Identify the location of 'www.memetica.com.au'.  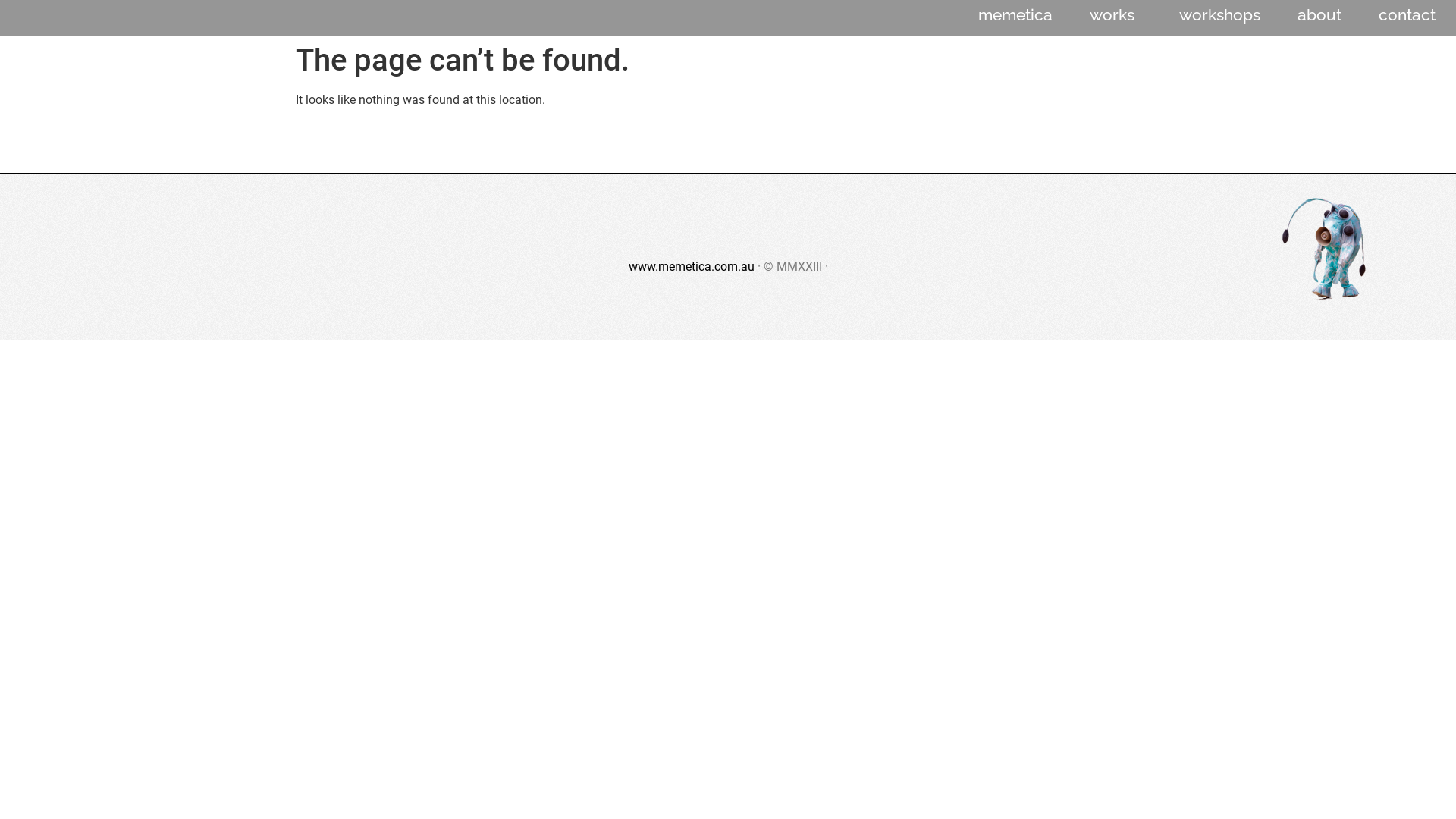
(690, 265).